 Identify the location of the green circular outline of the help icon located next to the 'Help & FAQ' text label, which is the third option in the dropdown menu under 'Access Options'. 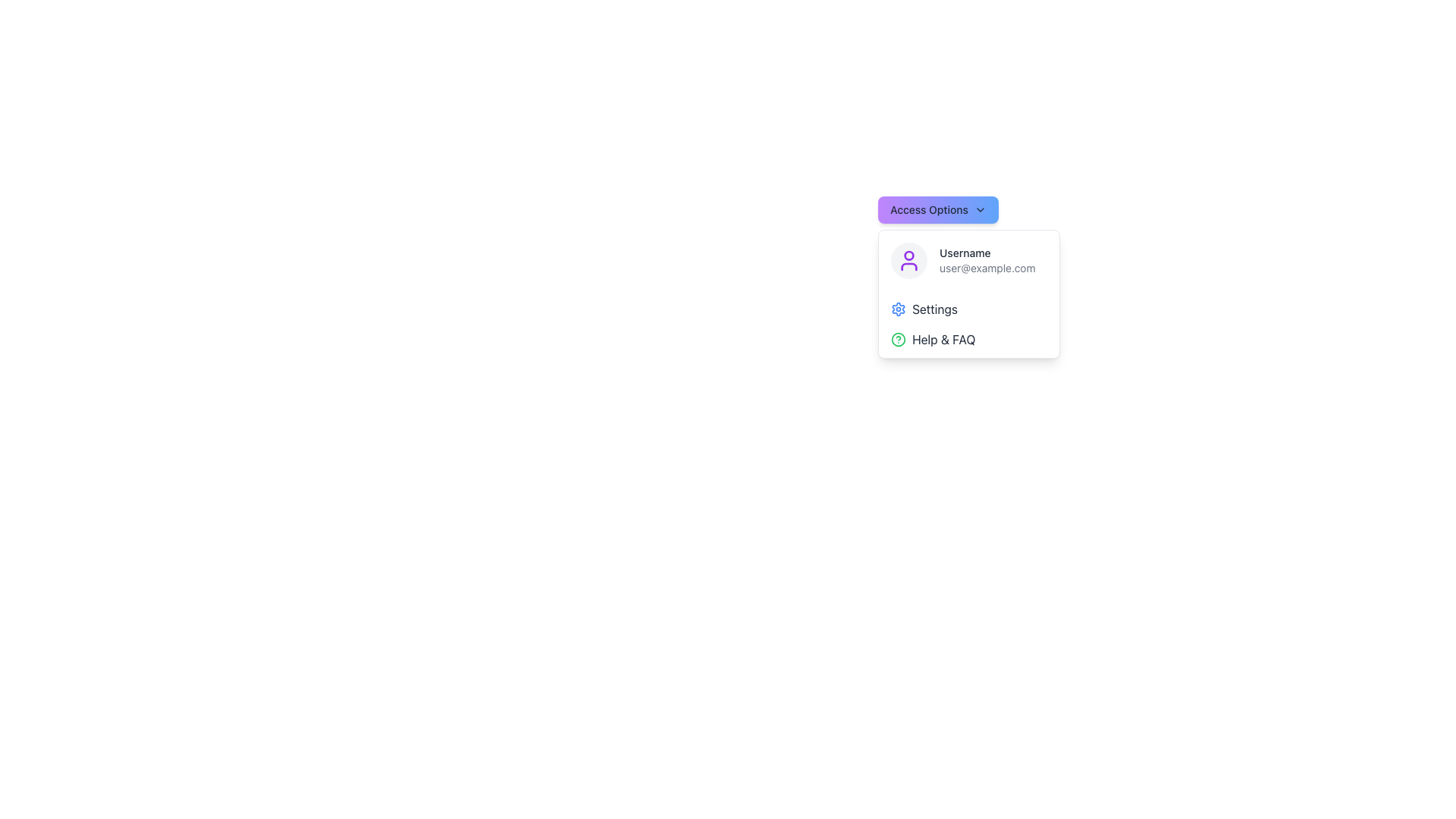
(899, 338).